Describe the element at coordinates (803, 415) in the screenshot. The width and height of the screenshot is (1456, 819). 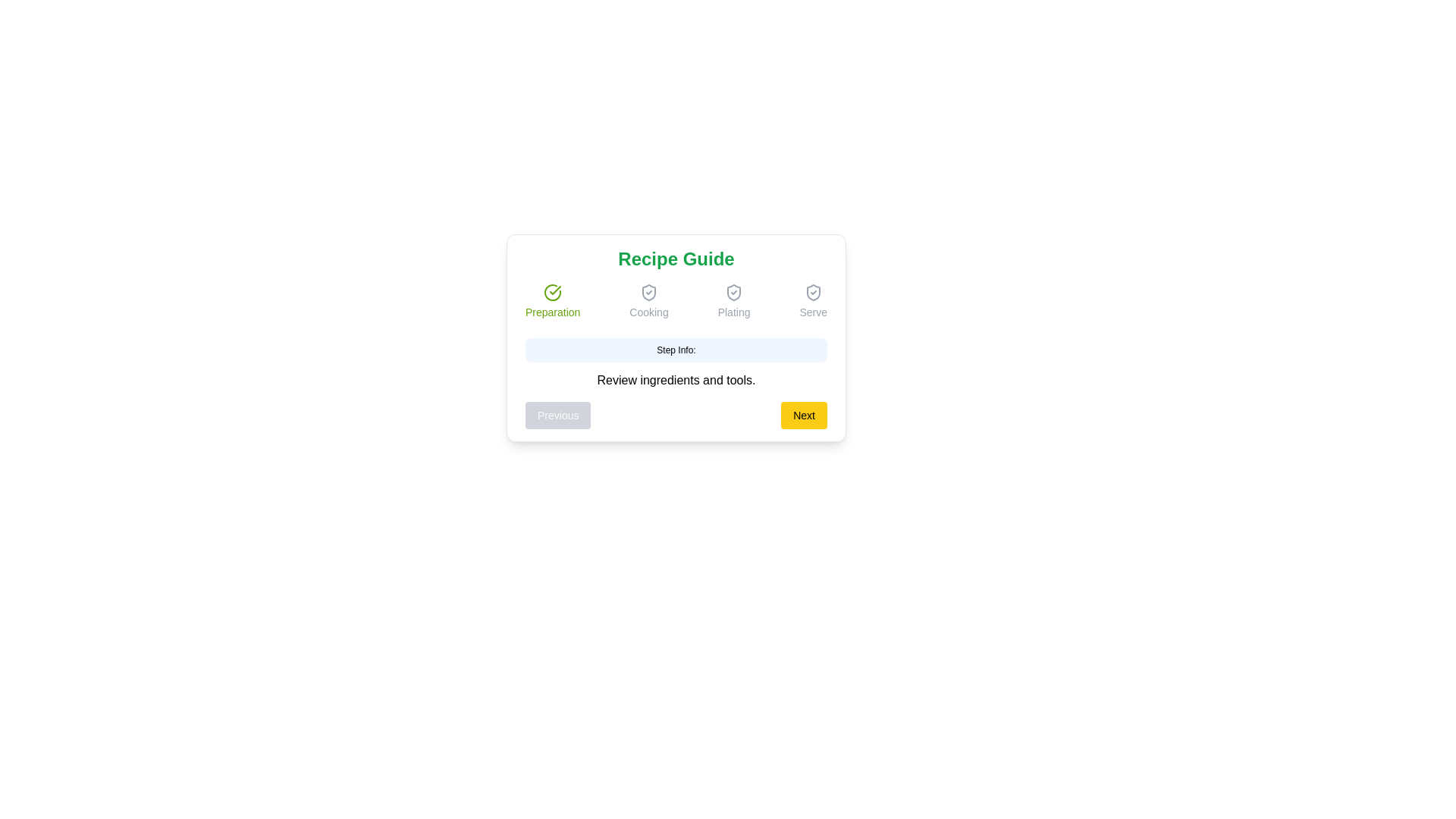
I see `the 'Next' button to proceed to the next step in the recipe guide` at that location.